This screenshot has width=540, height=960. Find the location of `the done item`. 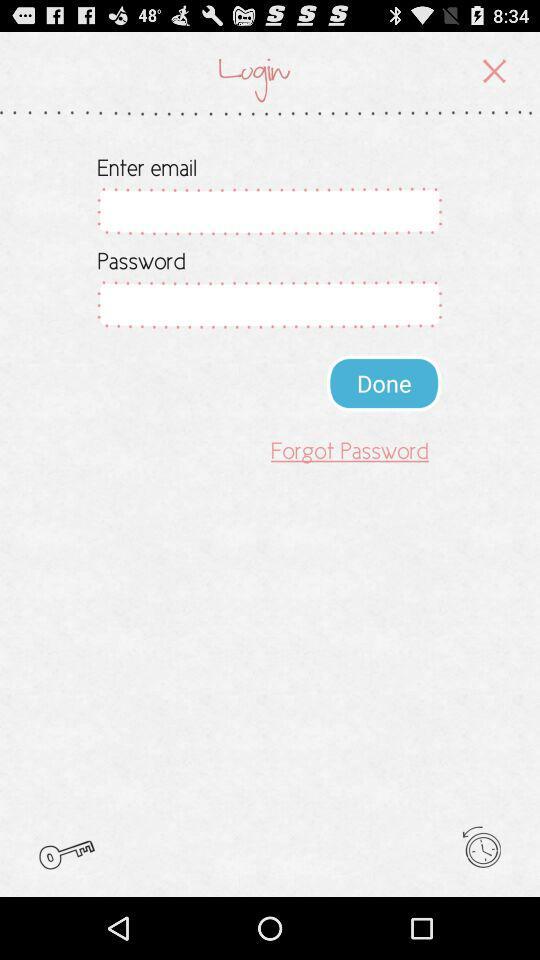

the done item is located at coordinates (384, 382).